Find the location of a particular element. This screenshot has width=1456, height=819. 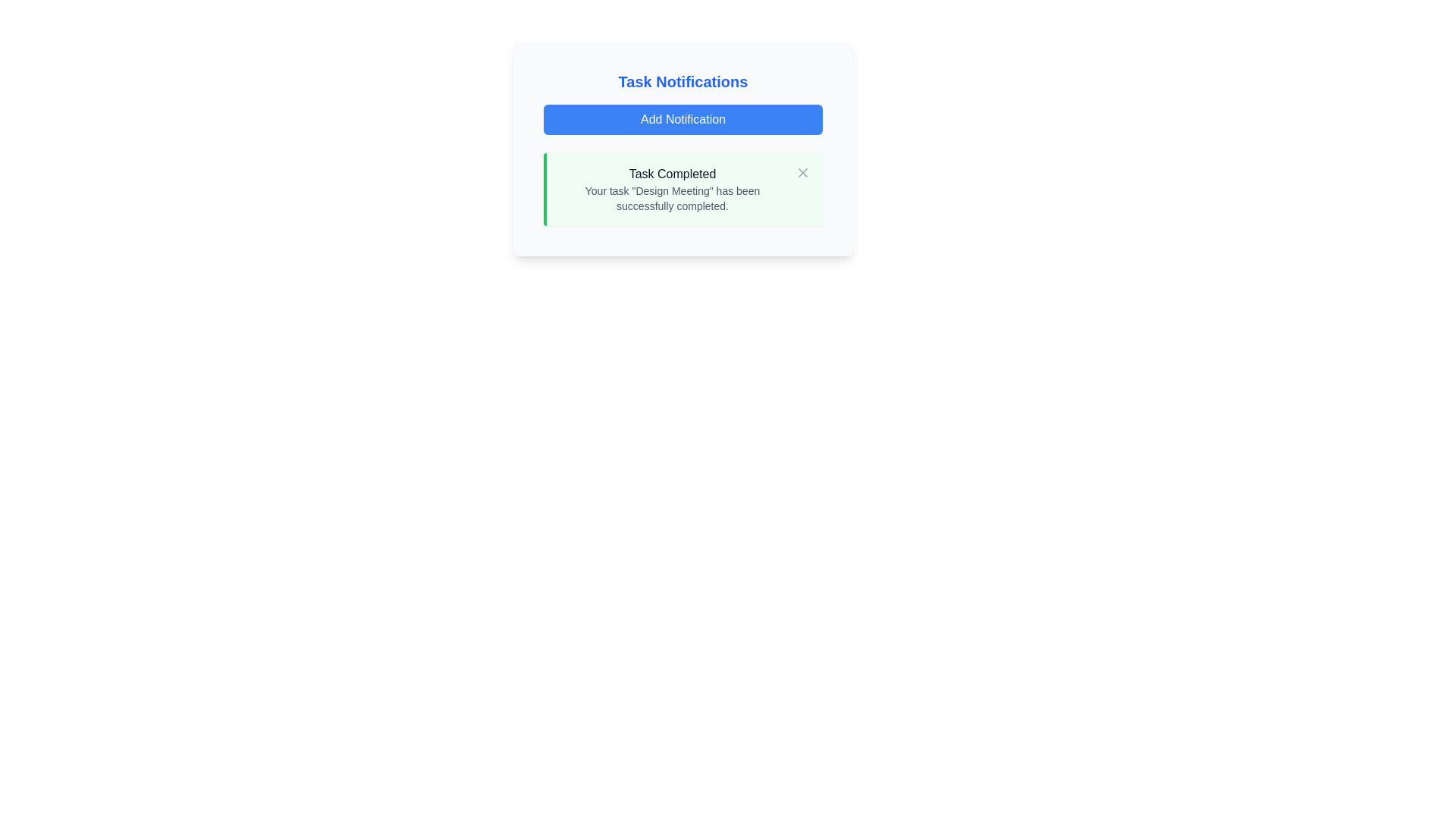

the title text label that indicates a successfully completed task, located at the top of the notification card is located at coordinates (672, 174).